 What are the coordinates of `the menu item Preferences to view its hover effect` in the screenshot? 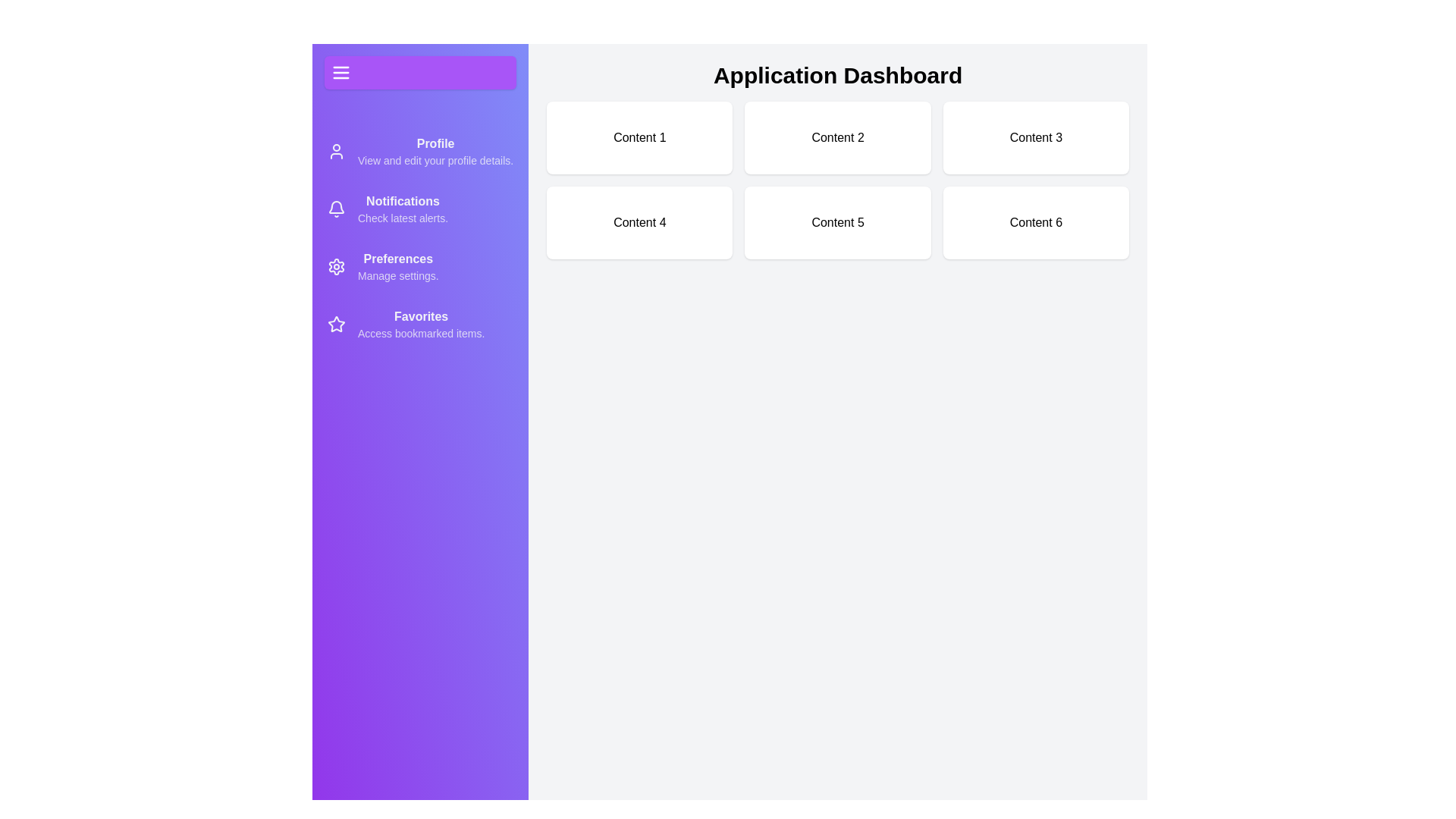 It's located at (420, 265).